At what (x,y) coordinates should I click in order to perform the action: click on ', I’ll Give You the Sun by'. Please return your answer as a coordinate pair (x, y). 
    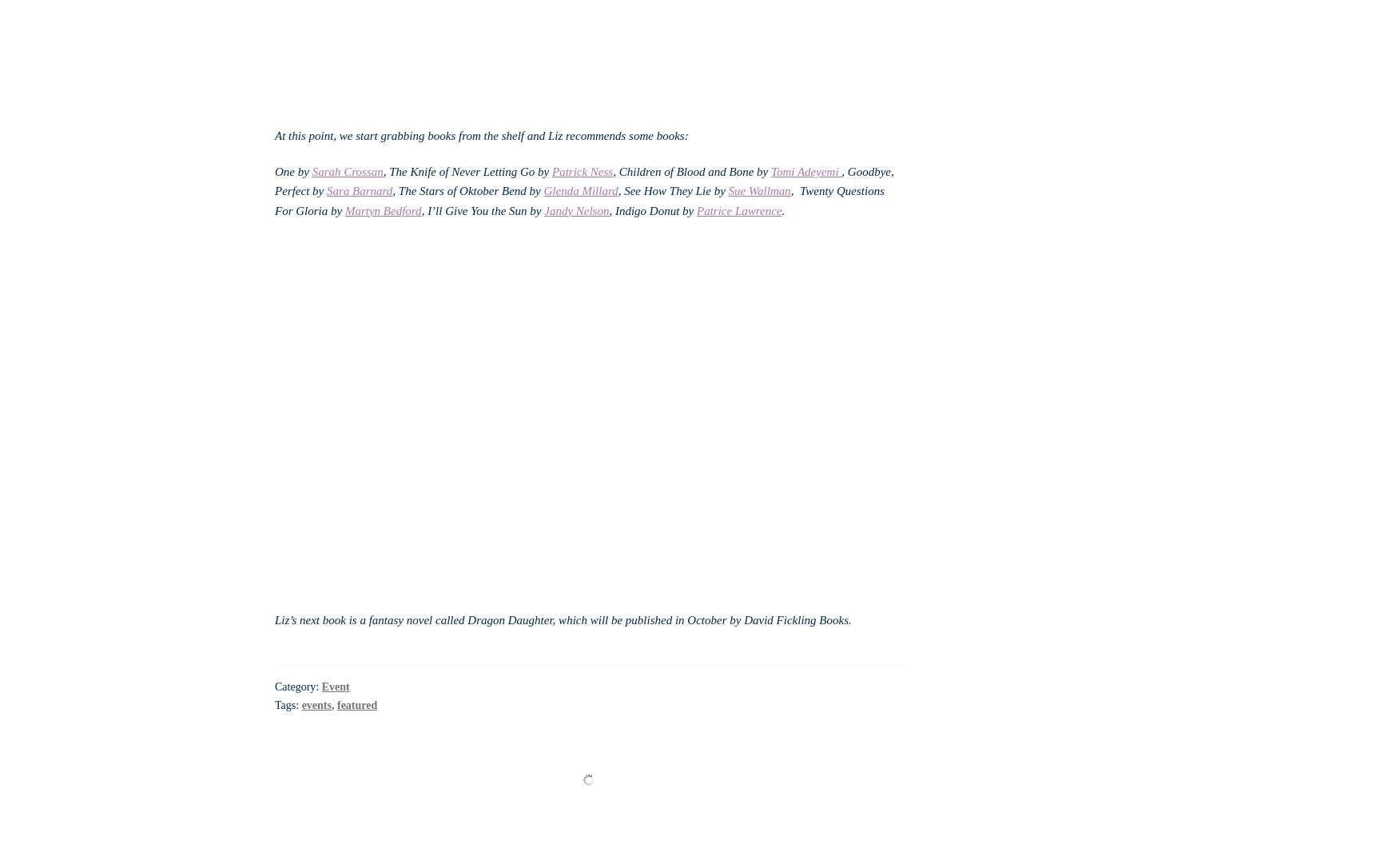
    Looking at the image, I should click on (482, 209).